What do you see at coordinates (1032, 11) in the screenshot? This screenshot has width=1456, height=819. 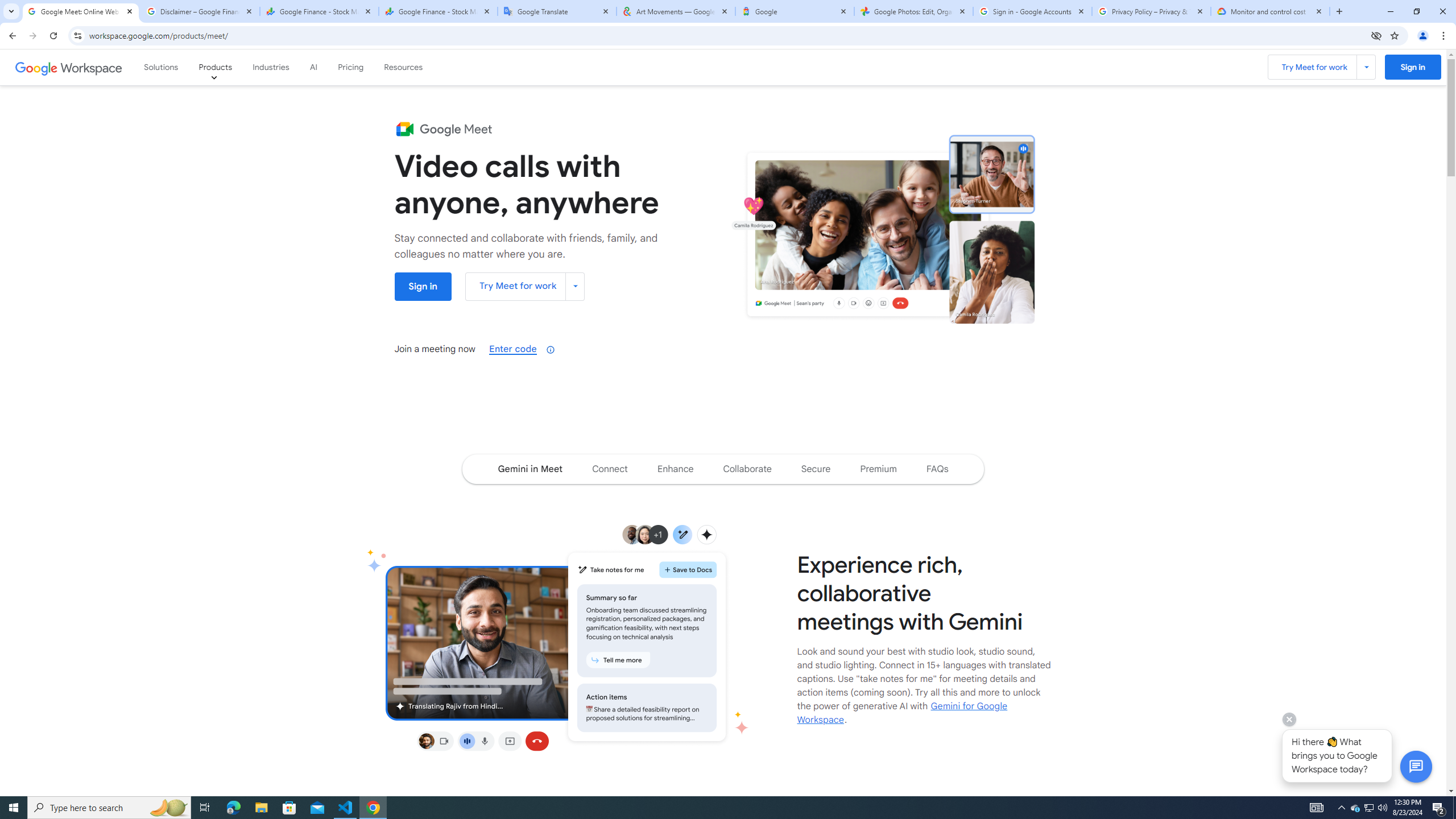 I see `'Sign in - Google Accounts'` at bounding box center [1032, 11].